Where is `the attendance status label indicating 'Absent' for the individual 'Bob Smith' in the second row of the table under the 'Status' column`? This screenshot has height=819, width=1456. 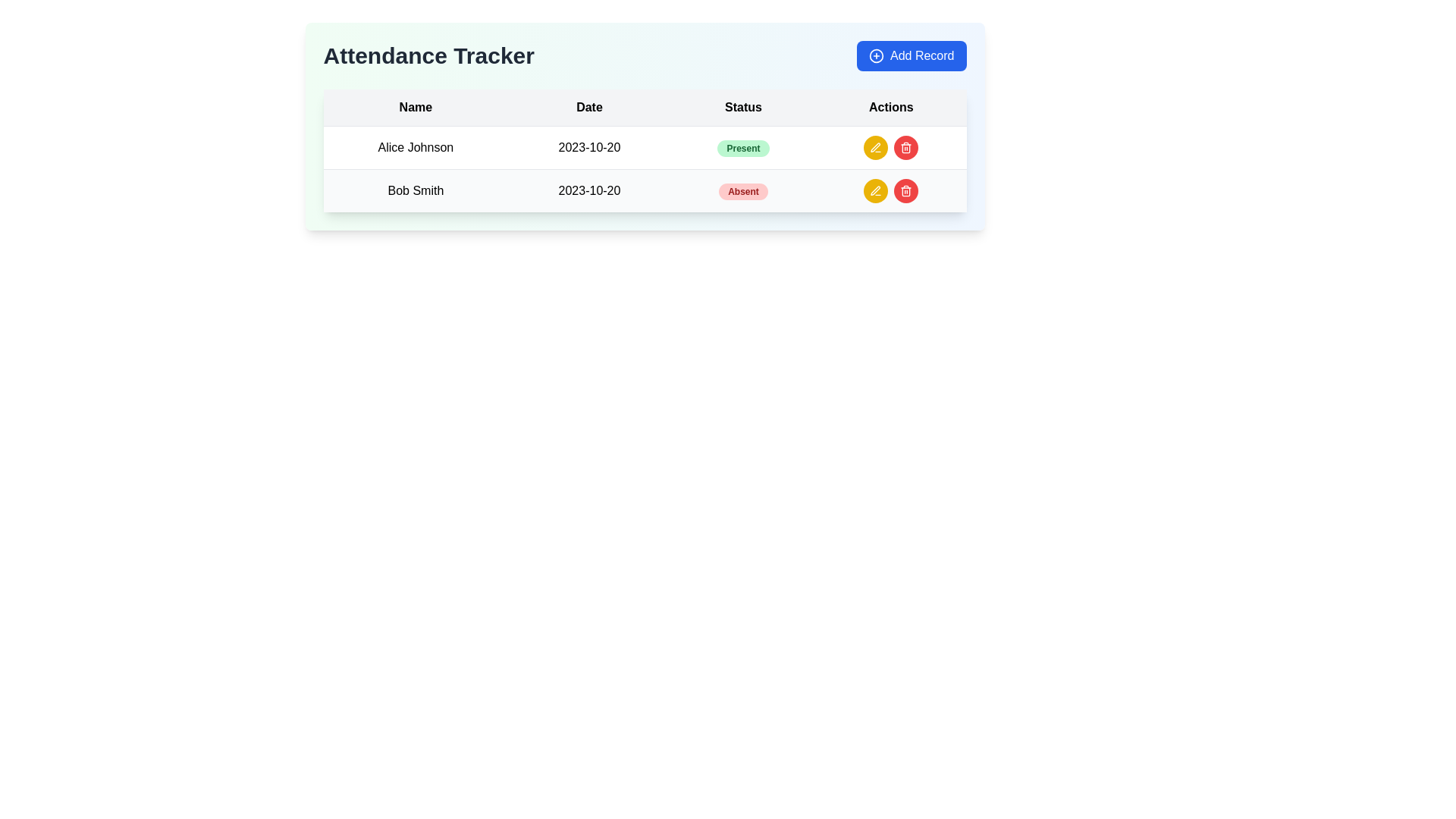
the attendance status label indicating 'Absent' for the individual 'Bob Smith' in the second row of the table under the 'Status' column is located at coordinates (743, 190).